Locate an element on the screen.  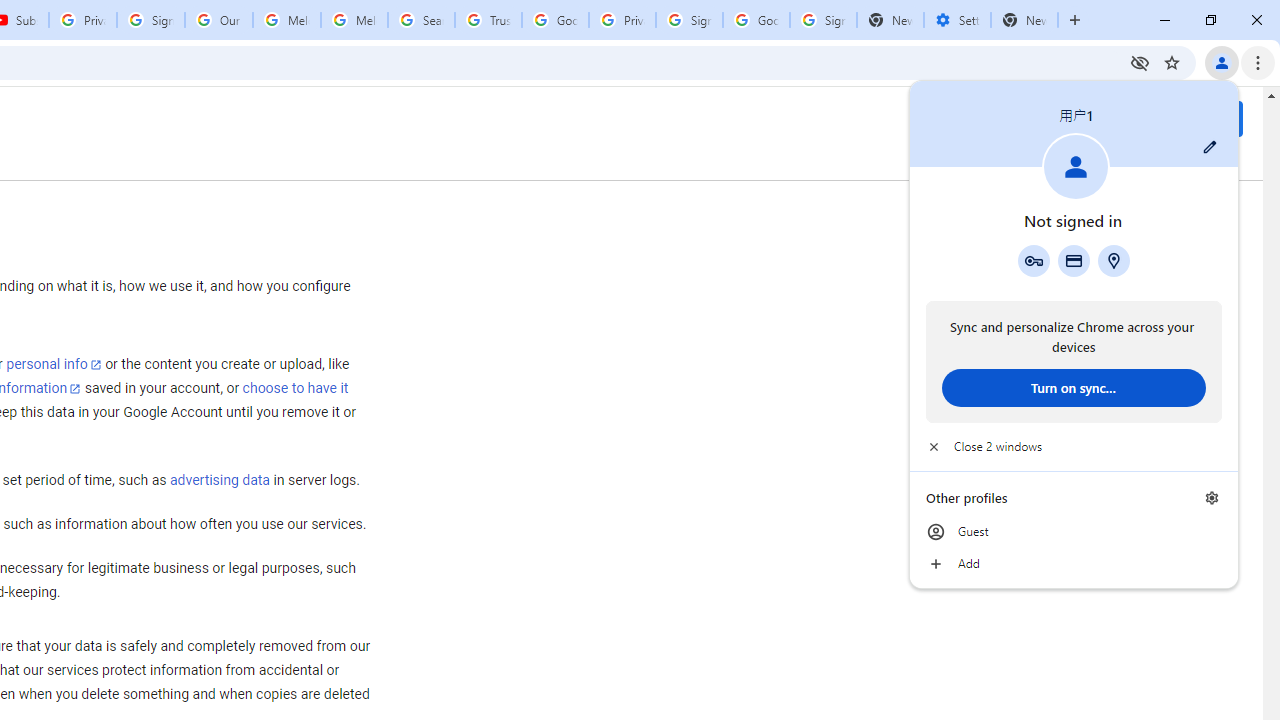
'Sign in - Google Accounts' is located at coordinates (689, 20).